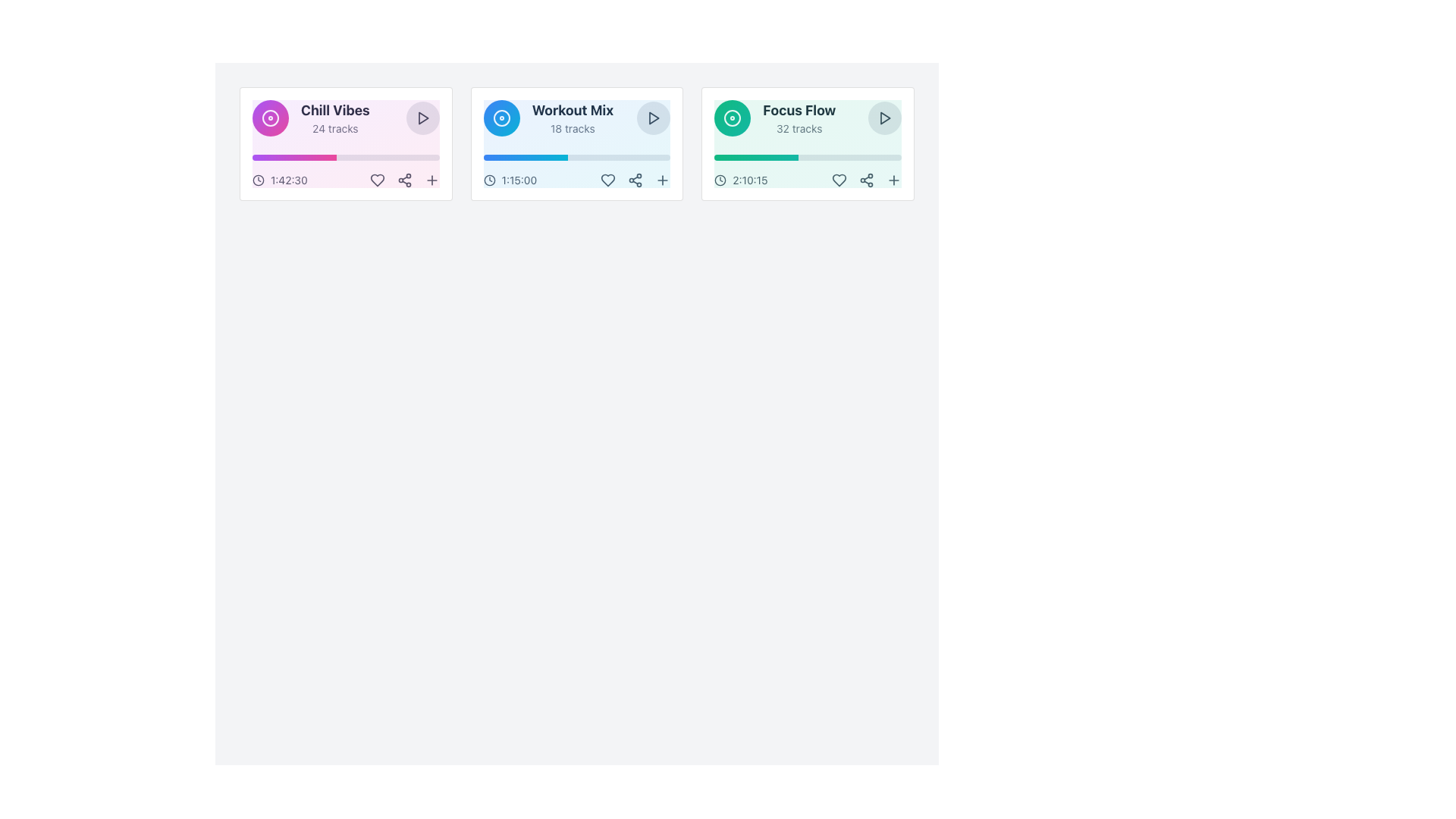 The width and height of the screenshot is (1456, 819). Describe the element at coordinates (750, 180) in the screenshot. I see `the text displaying '2:10:15' in a digital clock style, located in the bottom left corner of the 'Focus Flow' panel, adjacent to a clock icon` at that location.